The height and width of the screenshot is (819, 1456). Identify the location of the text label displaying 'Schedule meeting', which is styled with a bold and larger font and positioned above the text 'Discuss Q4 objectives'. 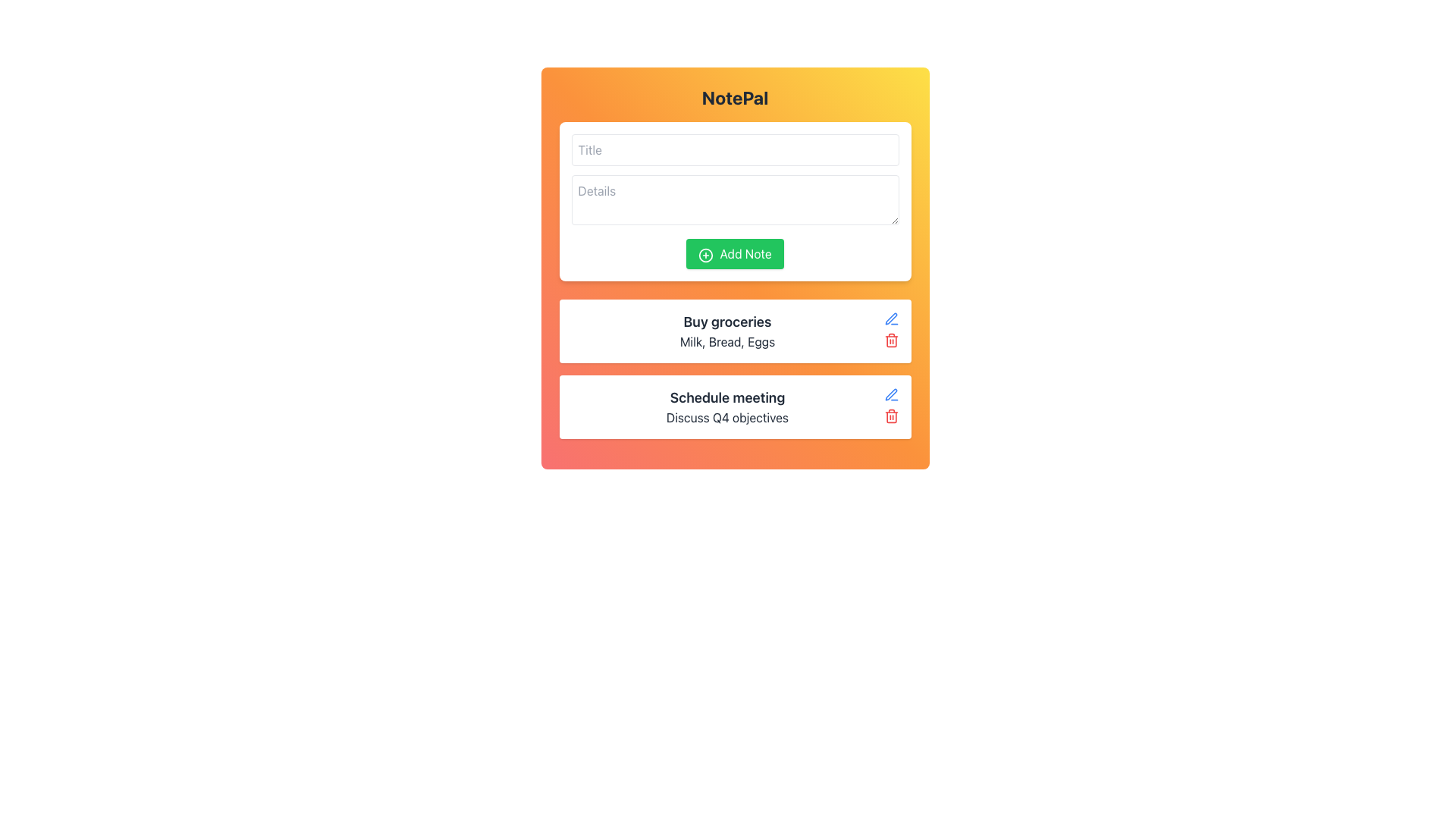
(726, 397).